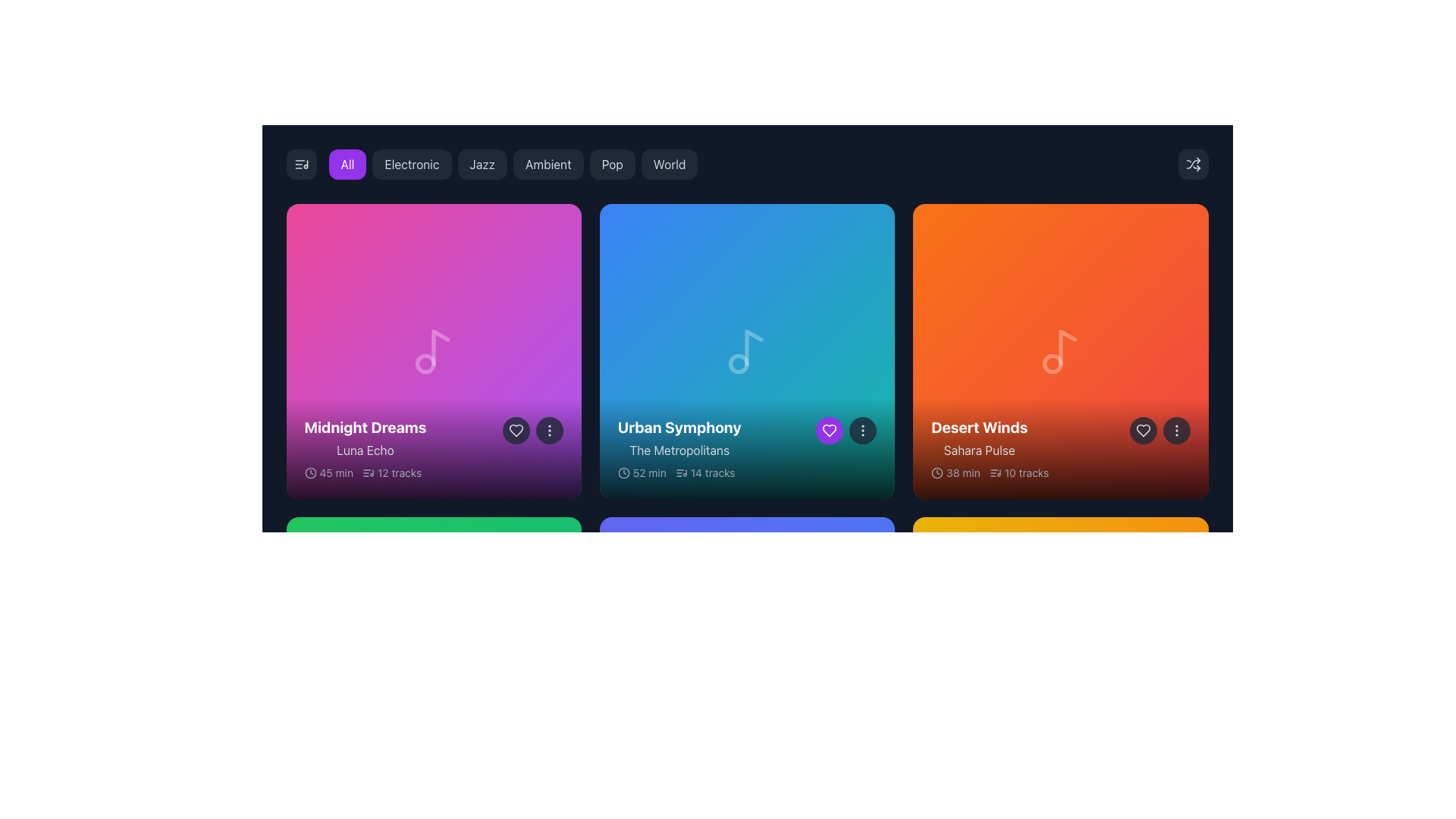 The image size is (1456, 819). Describe the element at coordinates (548, 431) in the screenshot. I see `the ellipsis icon button, which consists of three vertically aligned dots in a light gray color, located at the bottom-right corner of the 'Midnight Dreams' content card` at that location.